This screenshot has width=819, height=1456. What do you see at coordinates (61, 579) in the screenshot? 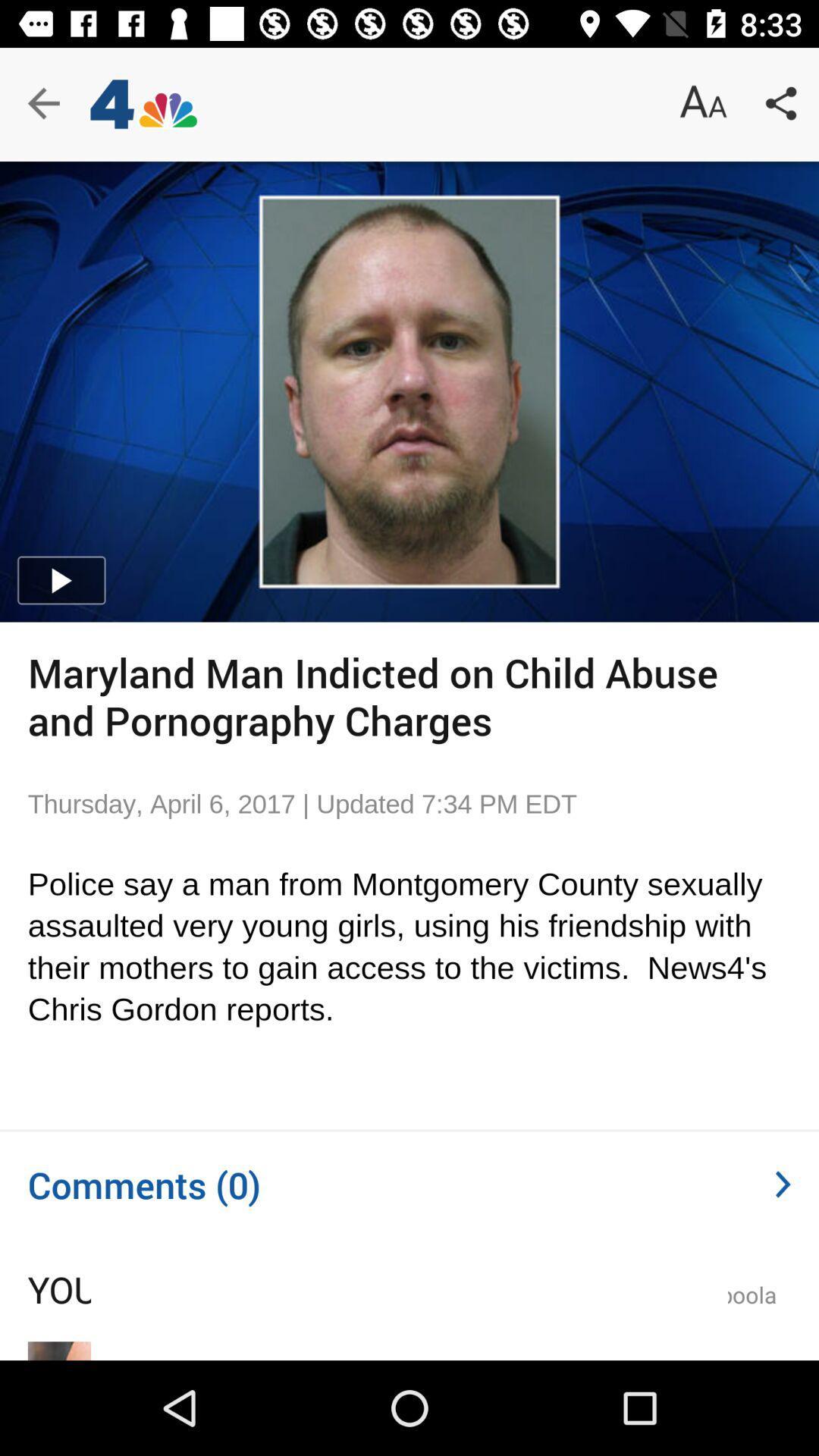
I see `the play icon` at bounding box center [61, 579].